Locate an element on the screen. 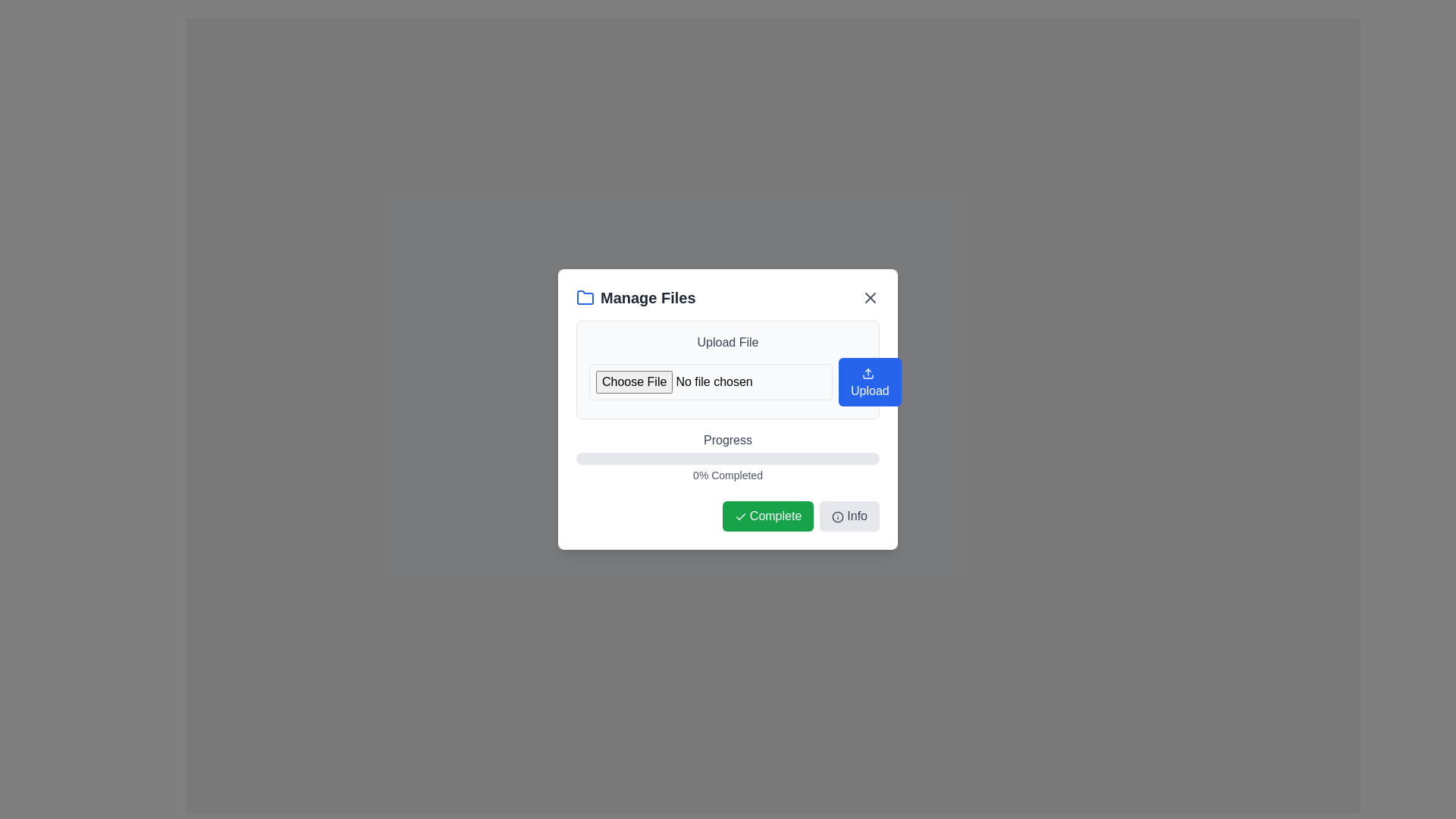 This screenshot has width=1456, height=819. the 'Manage Files' label, which has a bold font and a blue folder icon to its left, located at the upper-left corner of the pop-up dialog box is located at coordinates (635, 298).